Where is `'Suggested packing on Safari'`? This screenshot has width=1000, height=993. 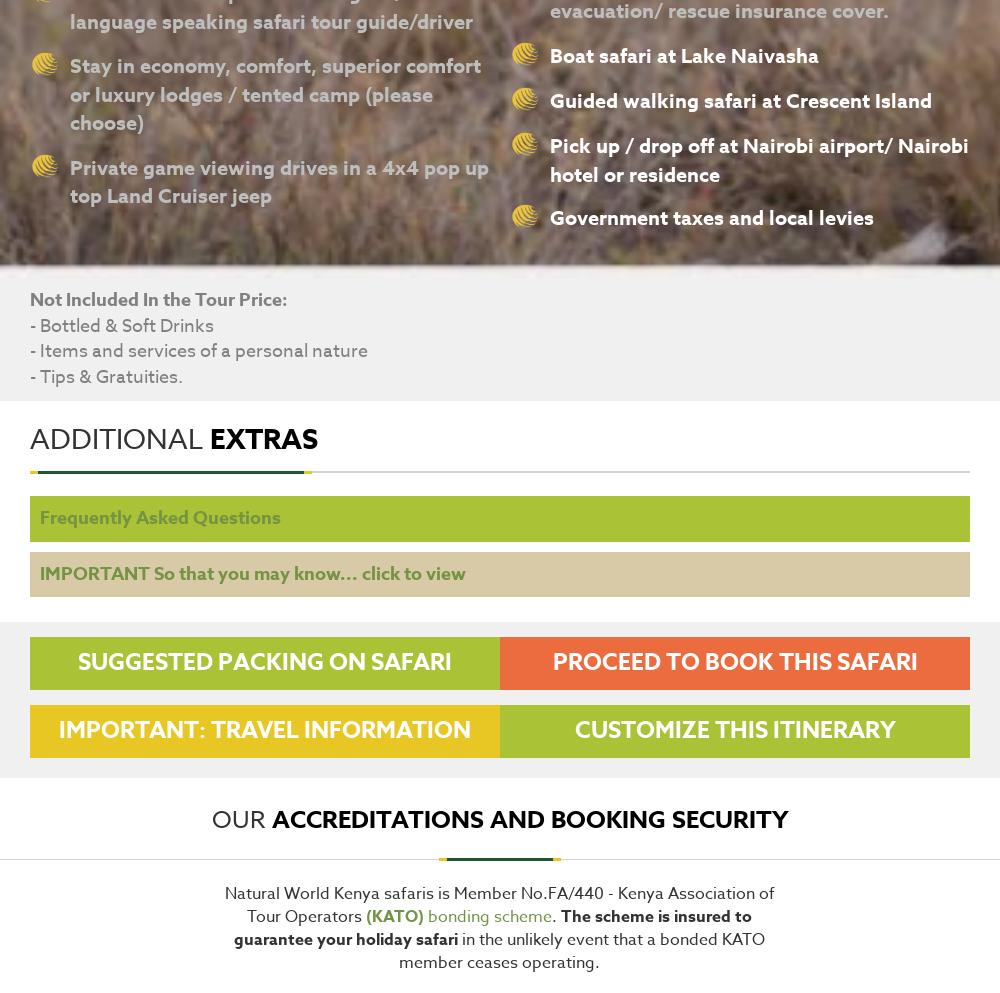
'Suggested packing on Safari' is located at coordinates (77, 662).